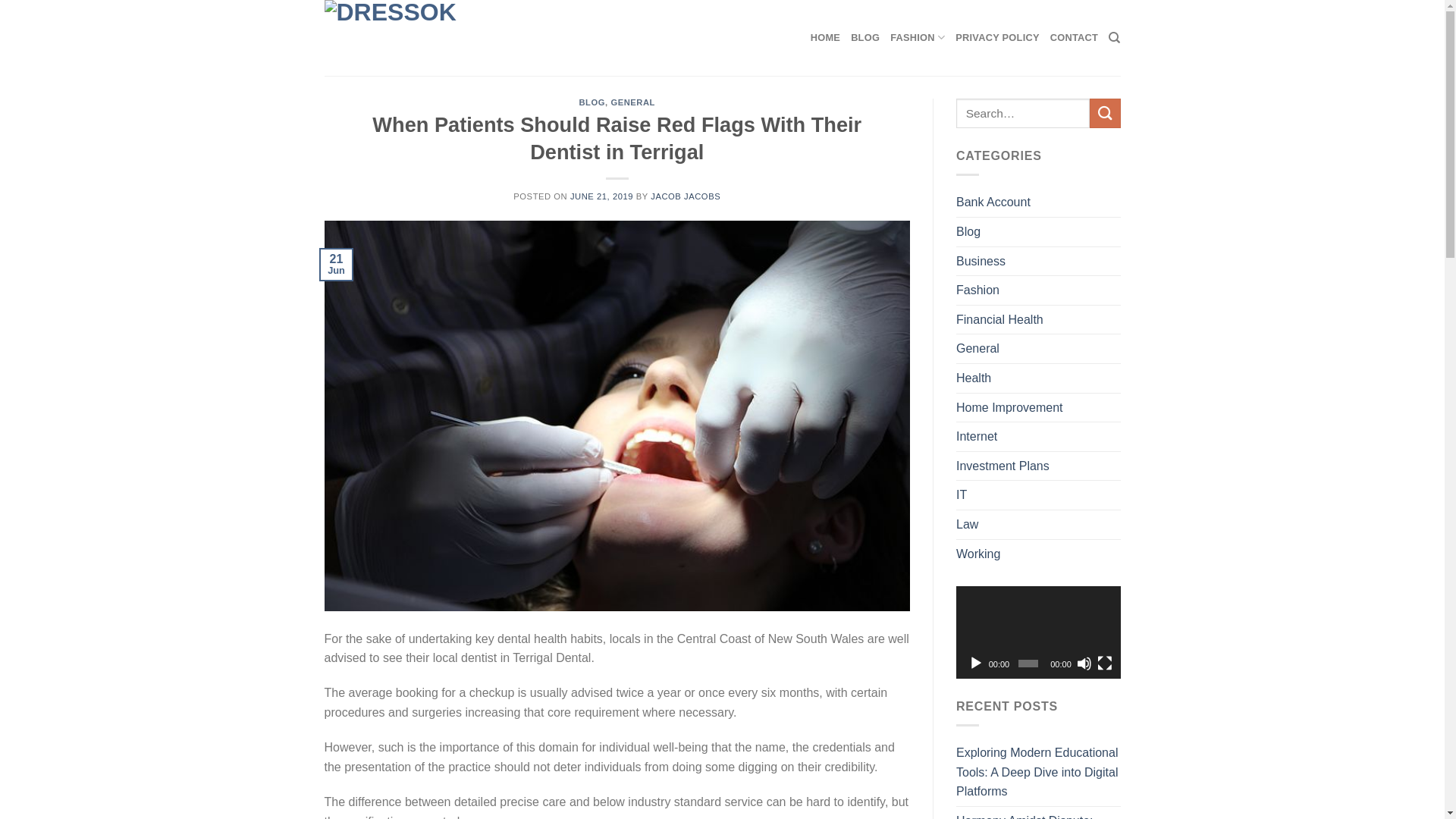  I want to click on 'HOME', so click(824, 37).